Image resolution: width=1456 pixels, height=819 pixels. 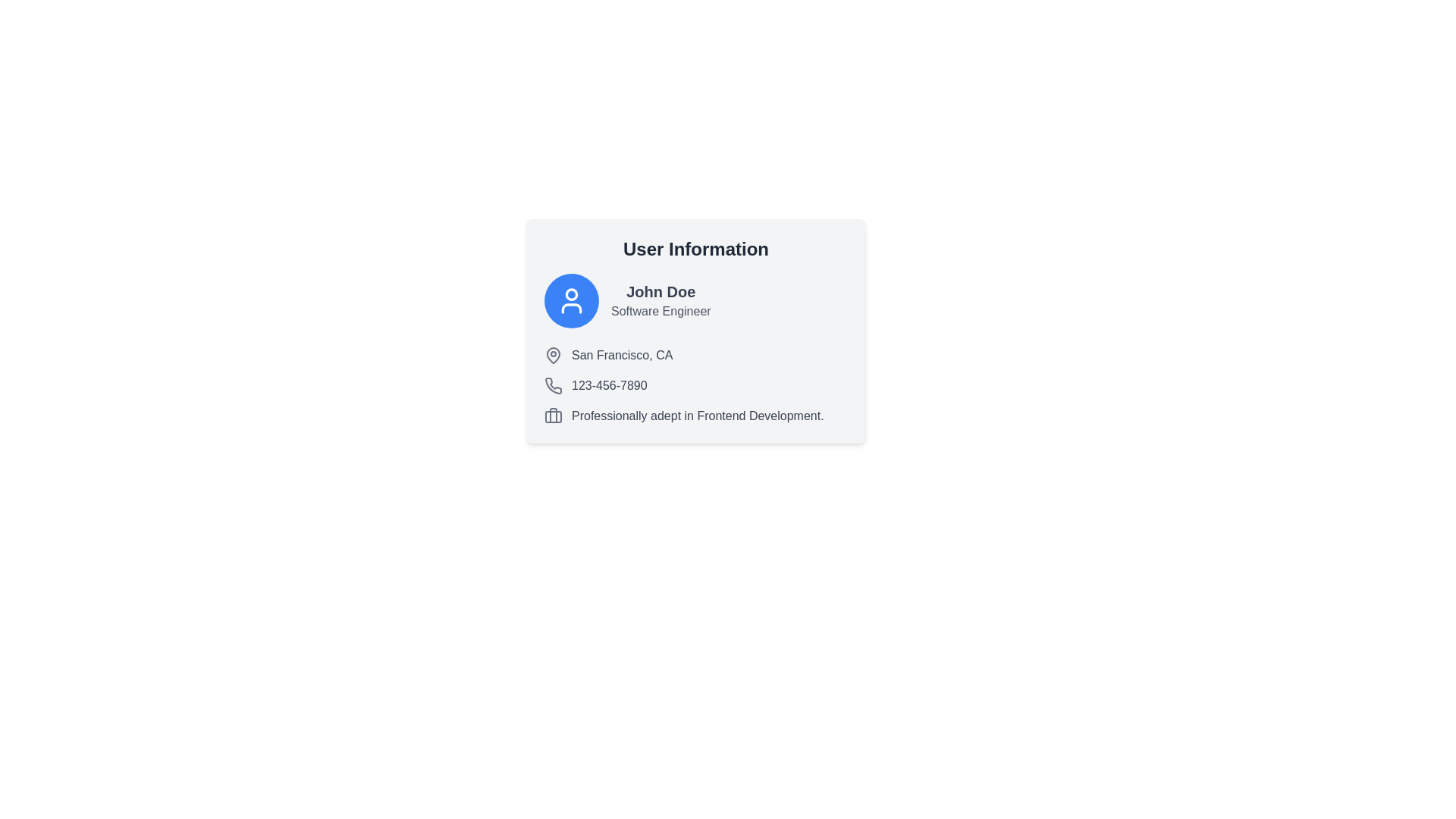 I want to click on the gray briefcase icon located to the left of the text 'Professionally adept in Frontend Development', so click(x=552, y=416).